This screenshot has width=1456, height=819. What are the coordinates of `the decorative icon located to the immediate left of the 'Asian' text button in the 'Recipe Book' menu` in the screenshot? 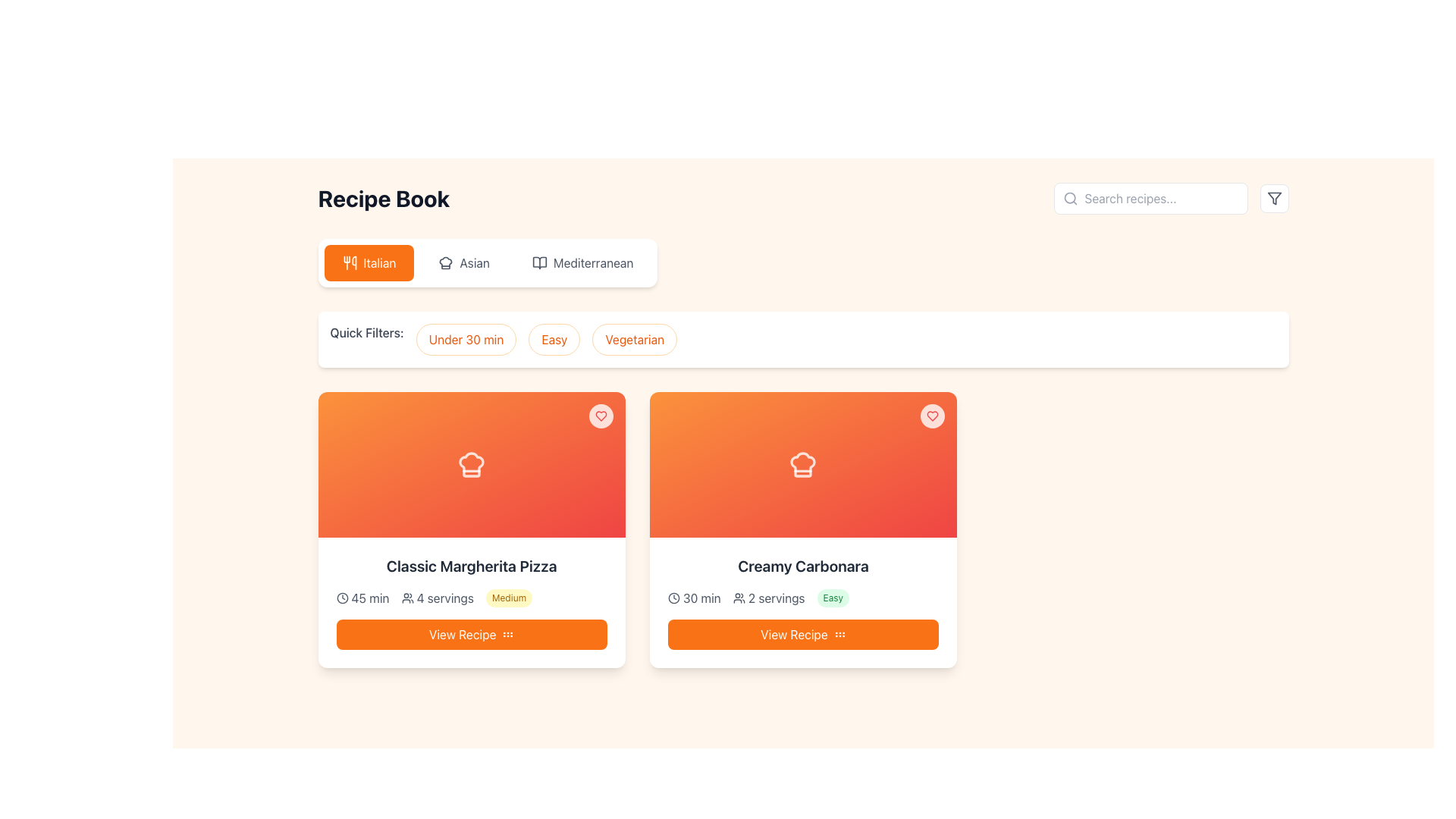 It's located at (445, 262).